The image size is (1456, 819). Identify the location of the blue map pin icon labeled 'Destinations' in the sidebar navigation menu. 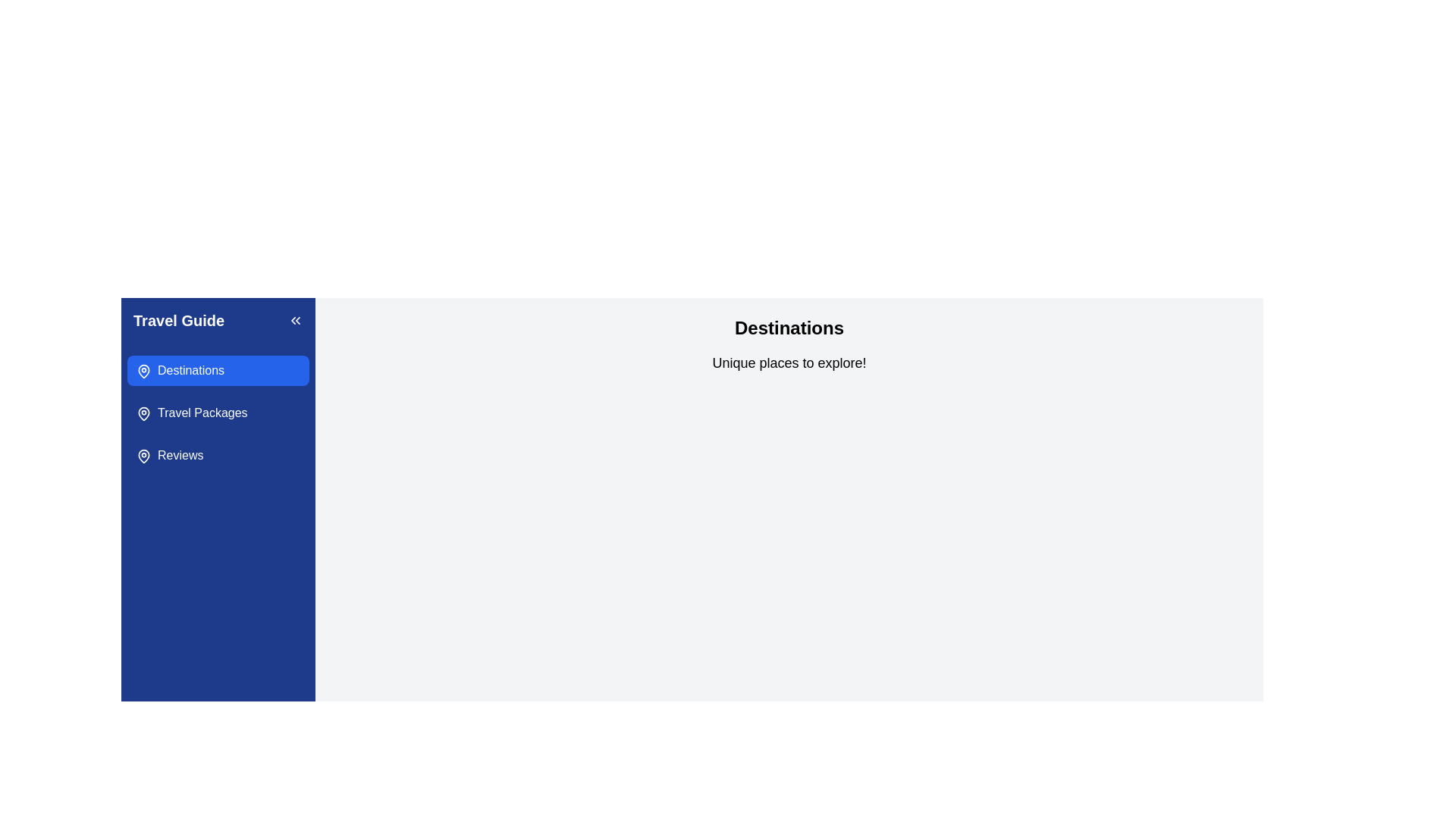
(144, 371).